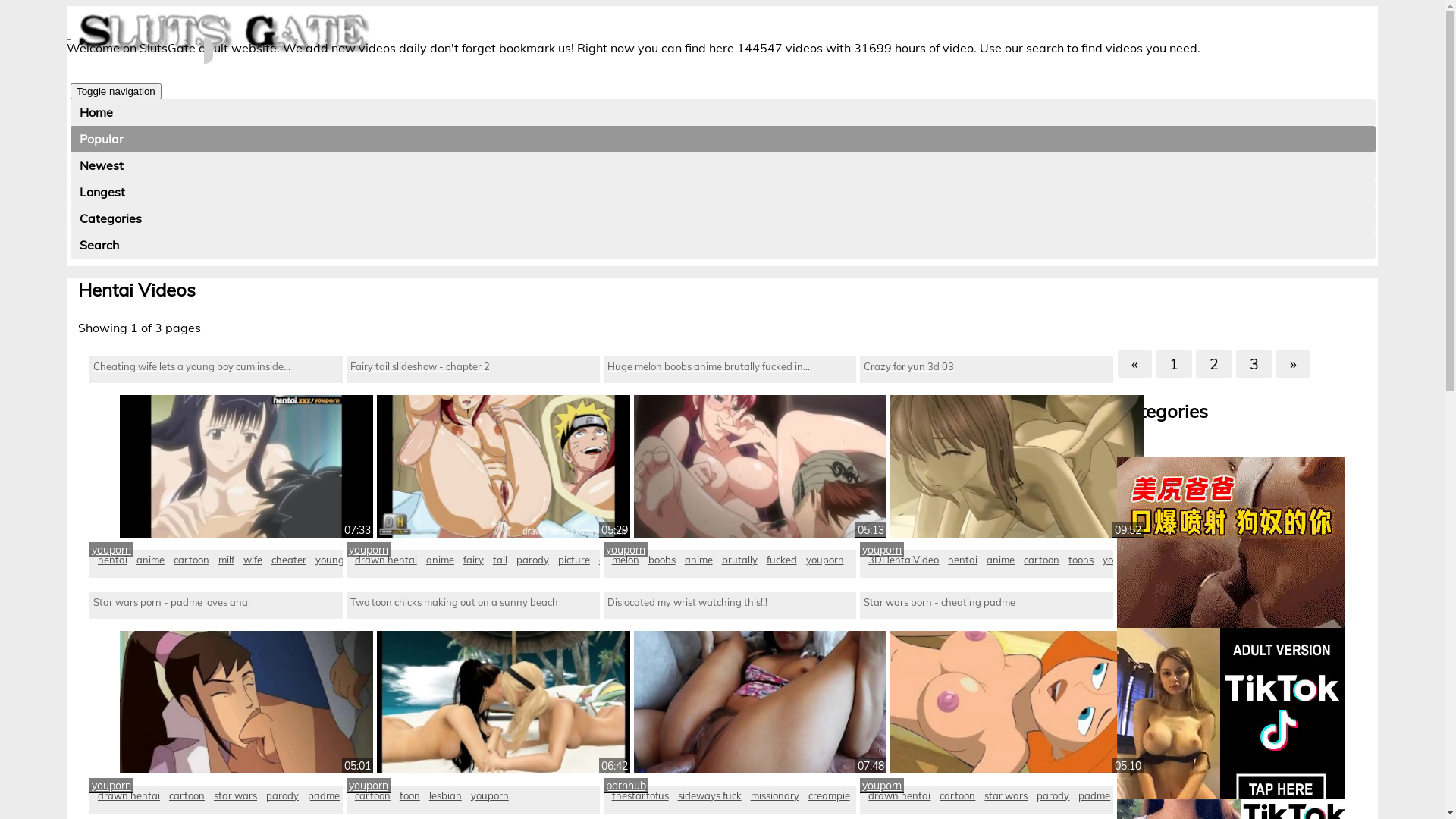  I want to click on 'pornhub', so click(604, 785).